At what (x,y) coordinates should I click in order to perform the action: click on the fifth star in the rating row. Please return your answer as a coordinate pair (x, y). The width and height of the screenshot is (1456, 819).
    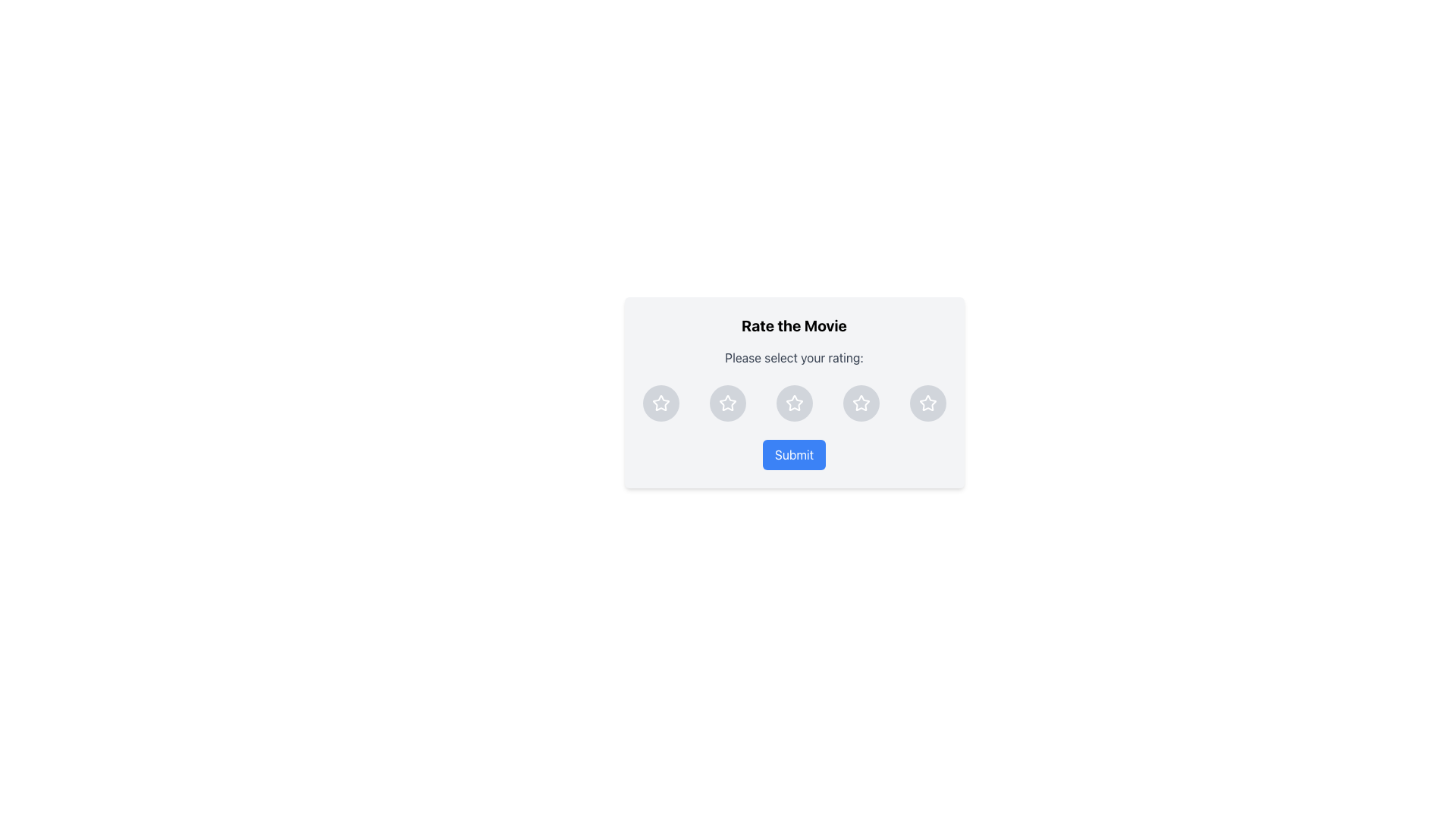
    Looking at the image, I should click on (860, 402).